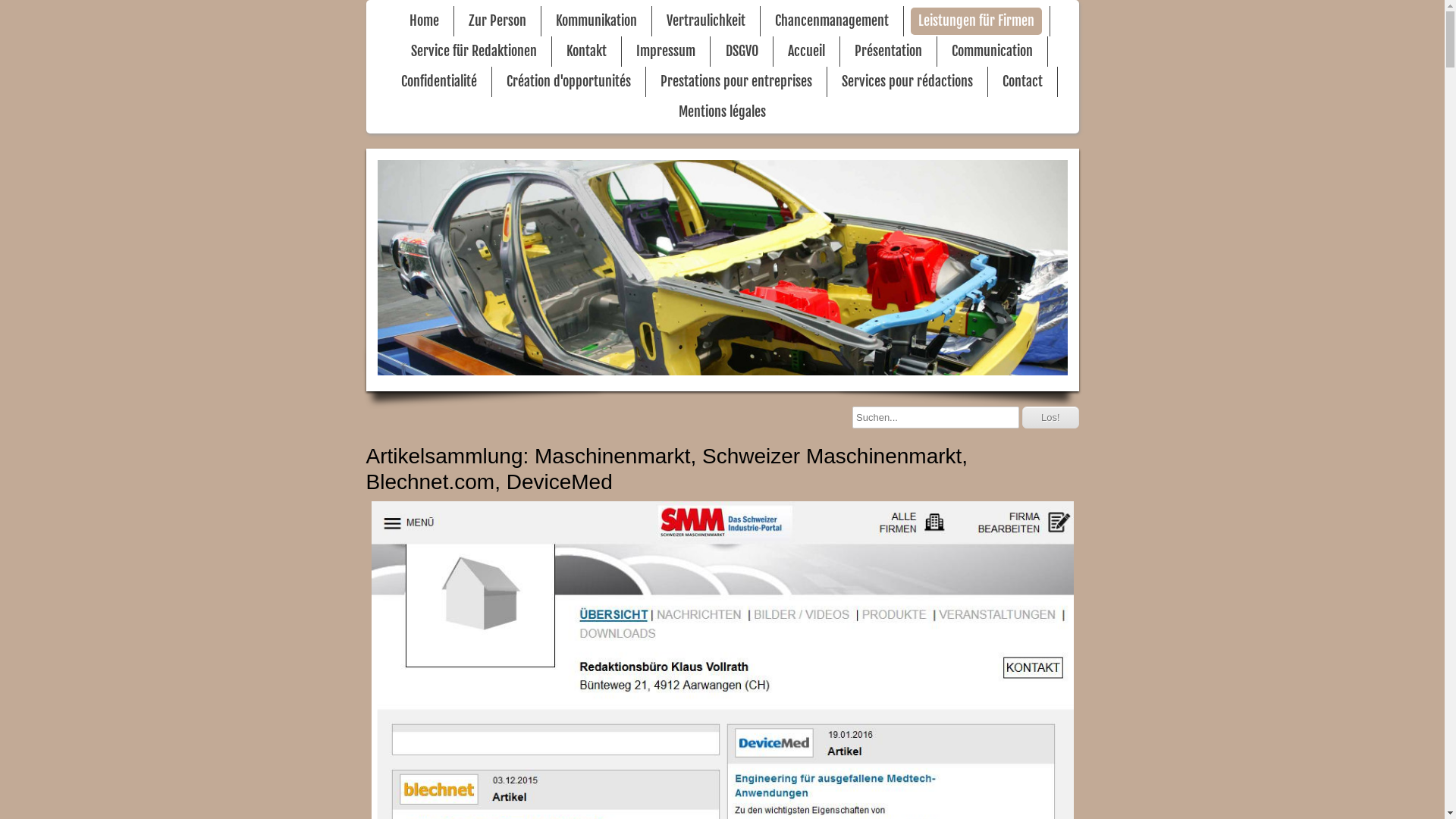 Image resolution: width=1456 pixels, height=819 pixels. I want to click on 'Chancenmanagement', so click(831, 20).